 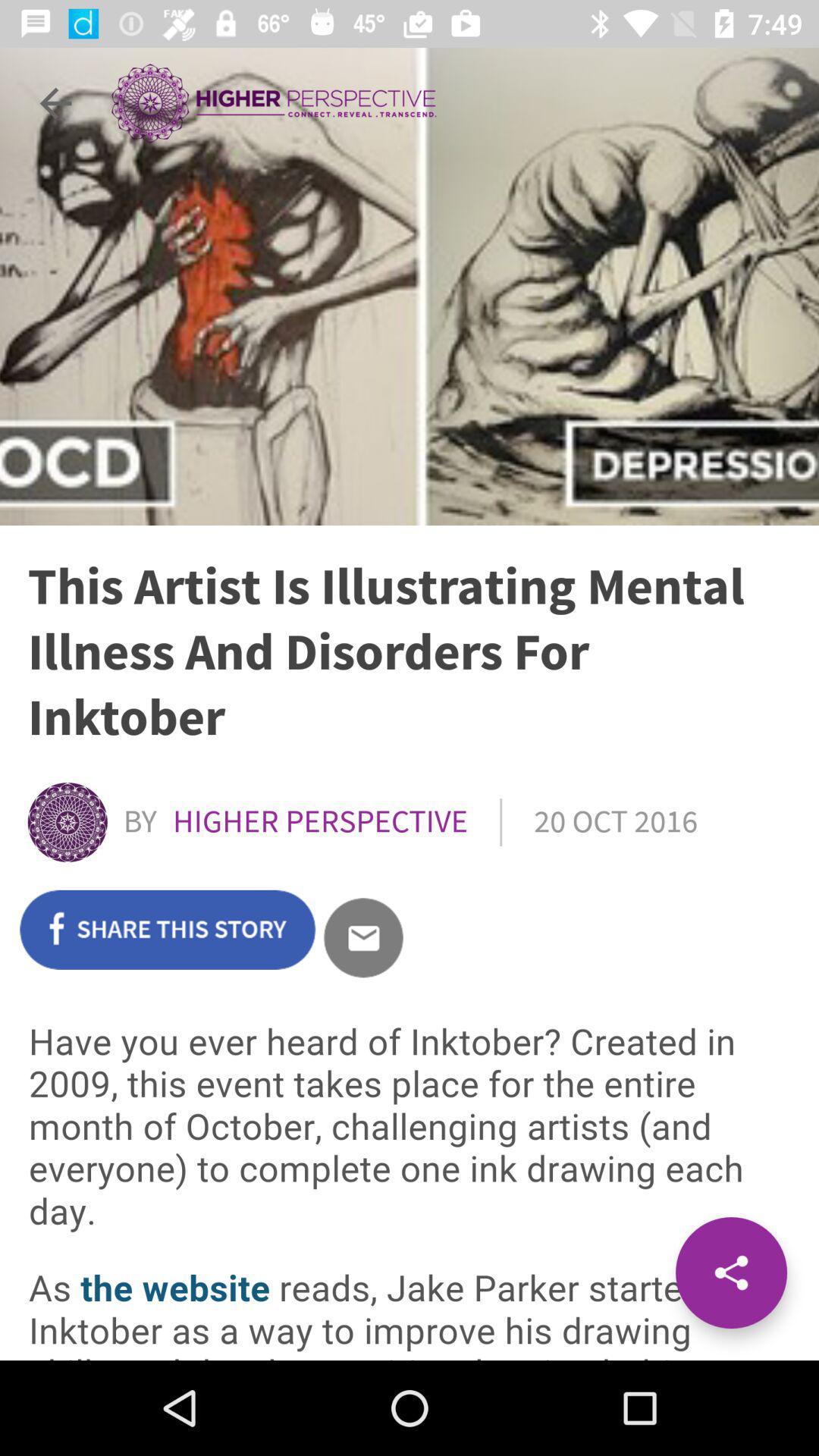 What do you see at coordinates (363, 937) in the screenshot?
I see `the email icon` at bounding box center [363, 937].